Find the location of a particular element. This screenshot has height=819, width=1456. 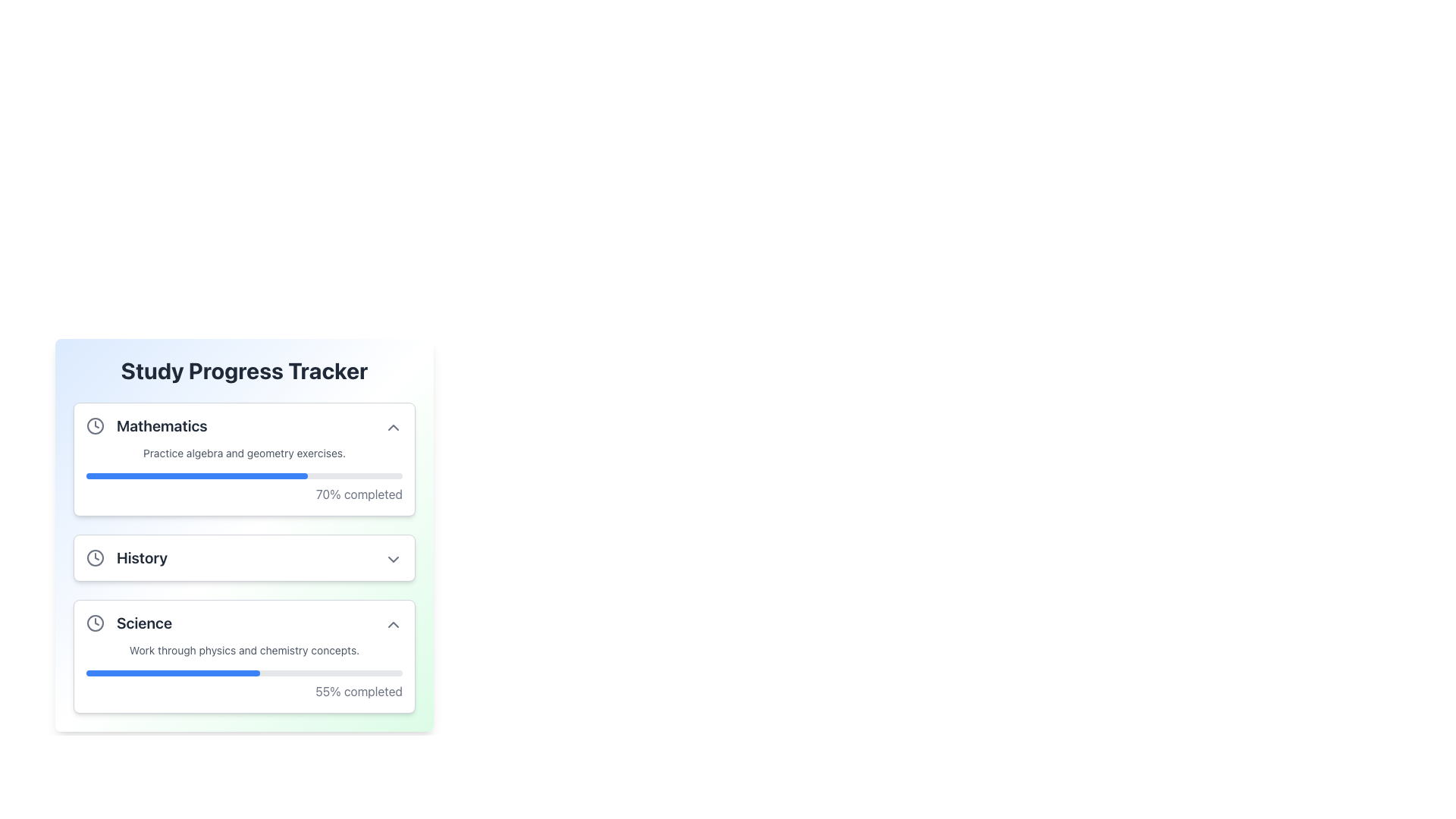

the clock icon located at the start of the 'History' section, adjacent to the title 'History', for informational purposes is located at coordinates (94, 558).